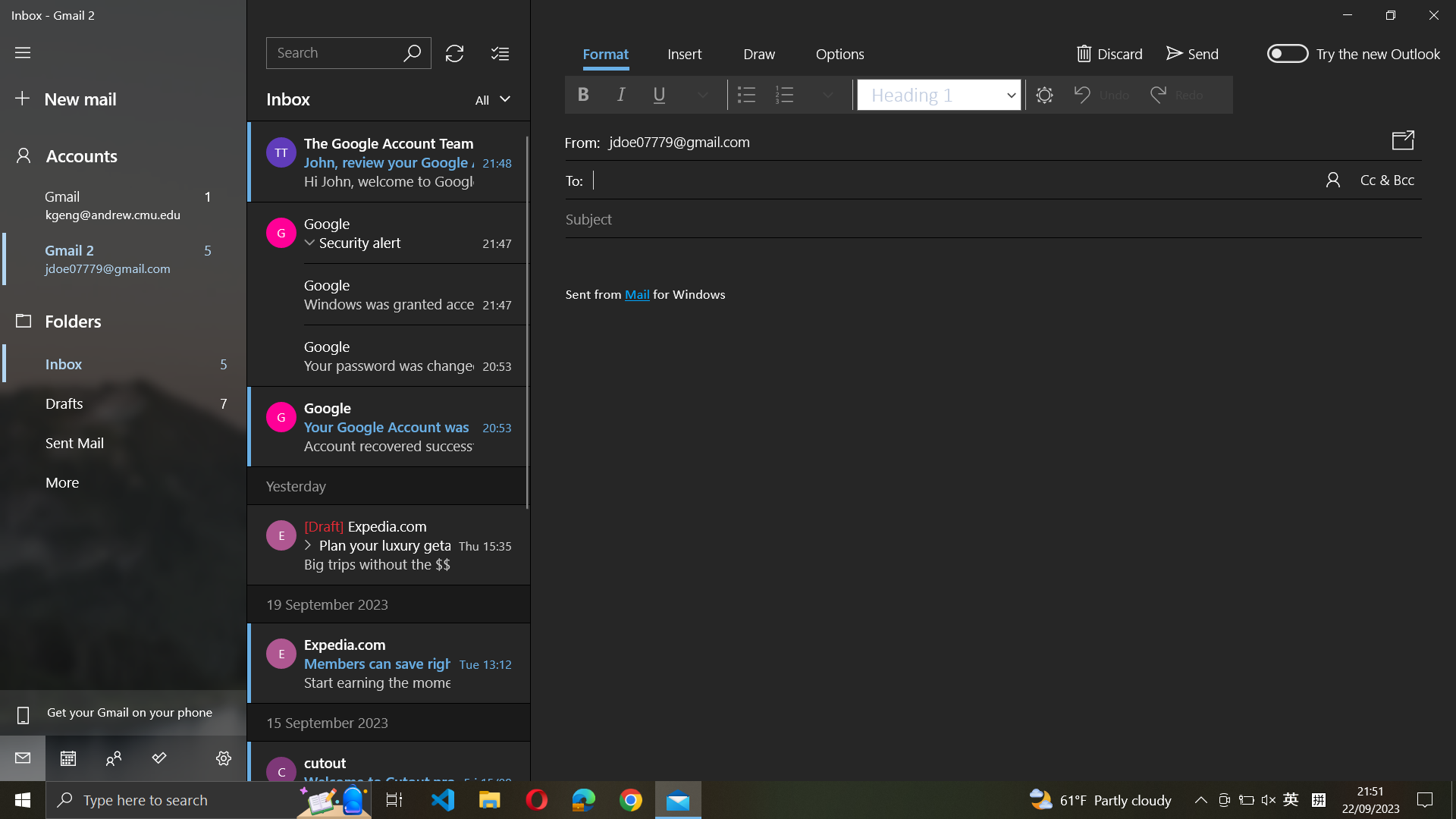 This screenshot has width=1456, height=819. I want to click on Discard current email, so click(1109, 51).